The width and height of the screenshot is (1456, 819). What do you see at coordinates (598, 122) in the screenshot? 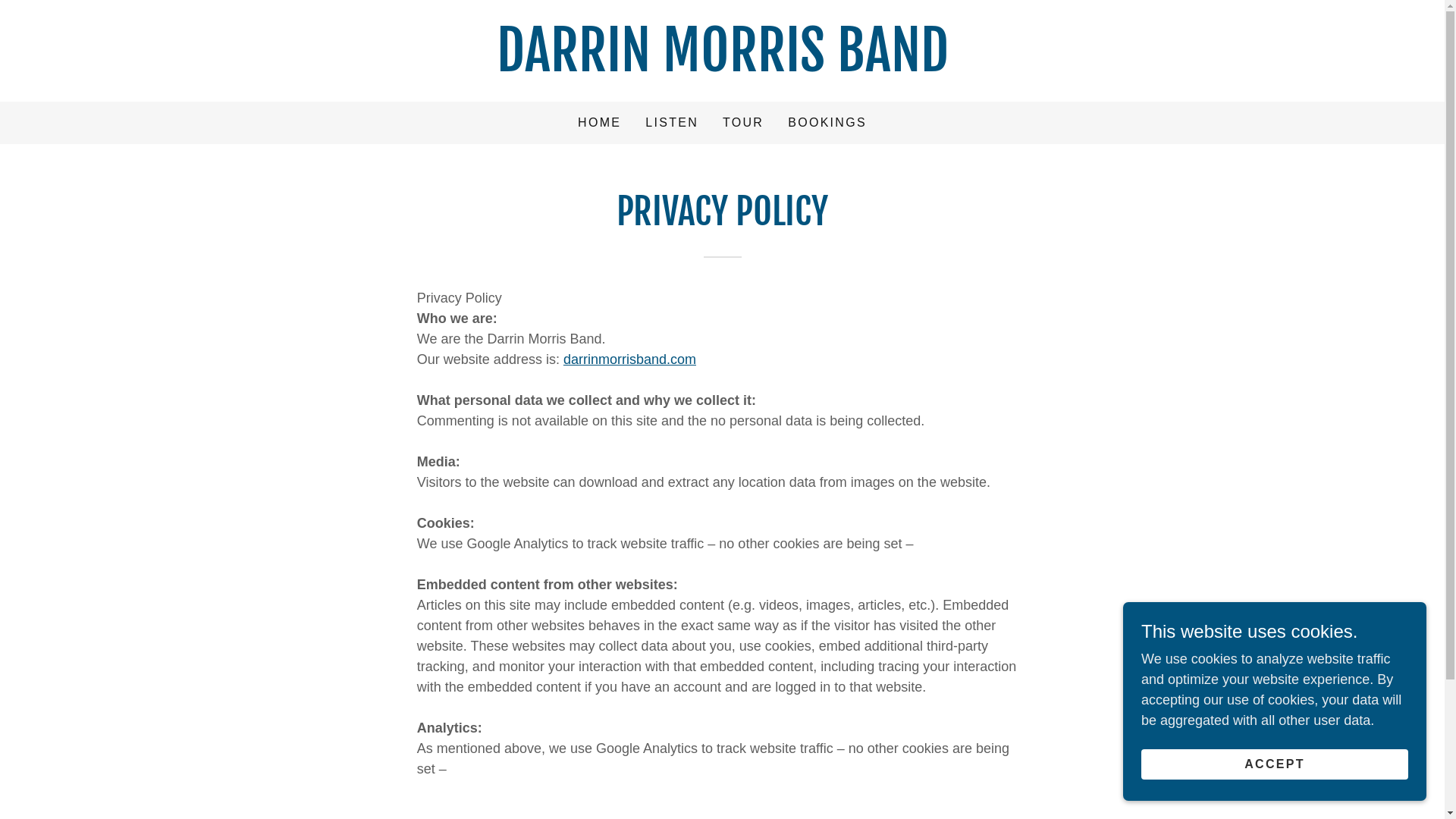
I see `'HOME'` at bounding box center [598, 122].